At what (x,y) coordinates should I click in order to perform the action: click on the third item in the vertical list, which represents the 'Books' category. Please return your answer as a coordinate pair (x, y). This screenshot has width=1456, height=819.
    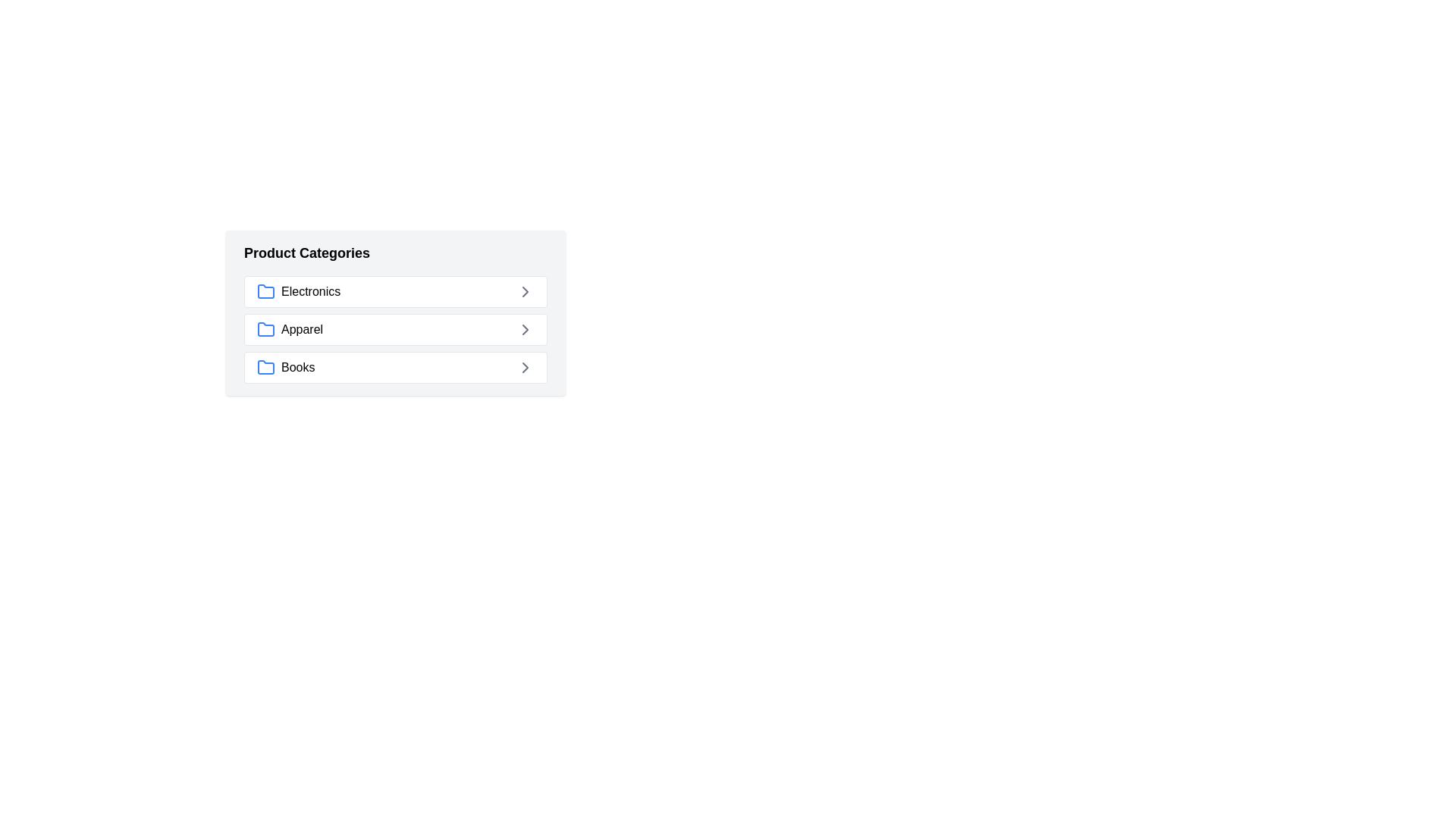
    Looking at the image, I should click on (396, 368).